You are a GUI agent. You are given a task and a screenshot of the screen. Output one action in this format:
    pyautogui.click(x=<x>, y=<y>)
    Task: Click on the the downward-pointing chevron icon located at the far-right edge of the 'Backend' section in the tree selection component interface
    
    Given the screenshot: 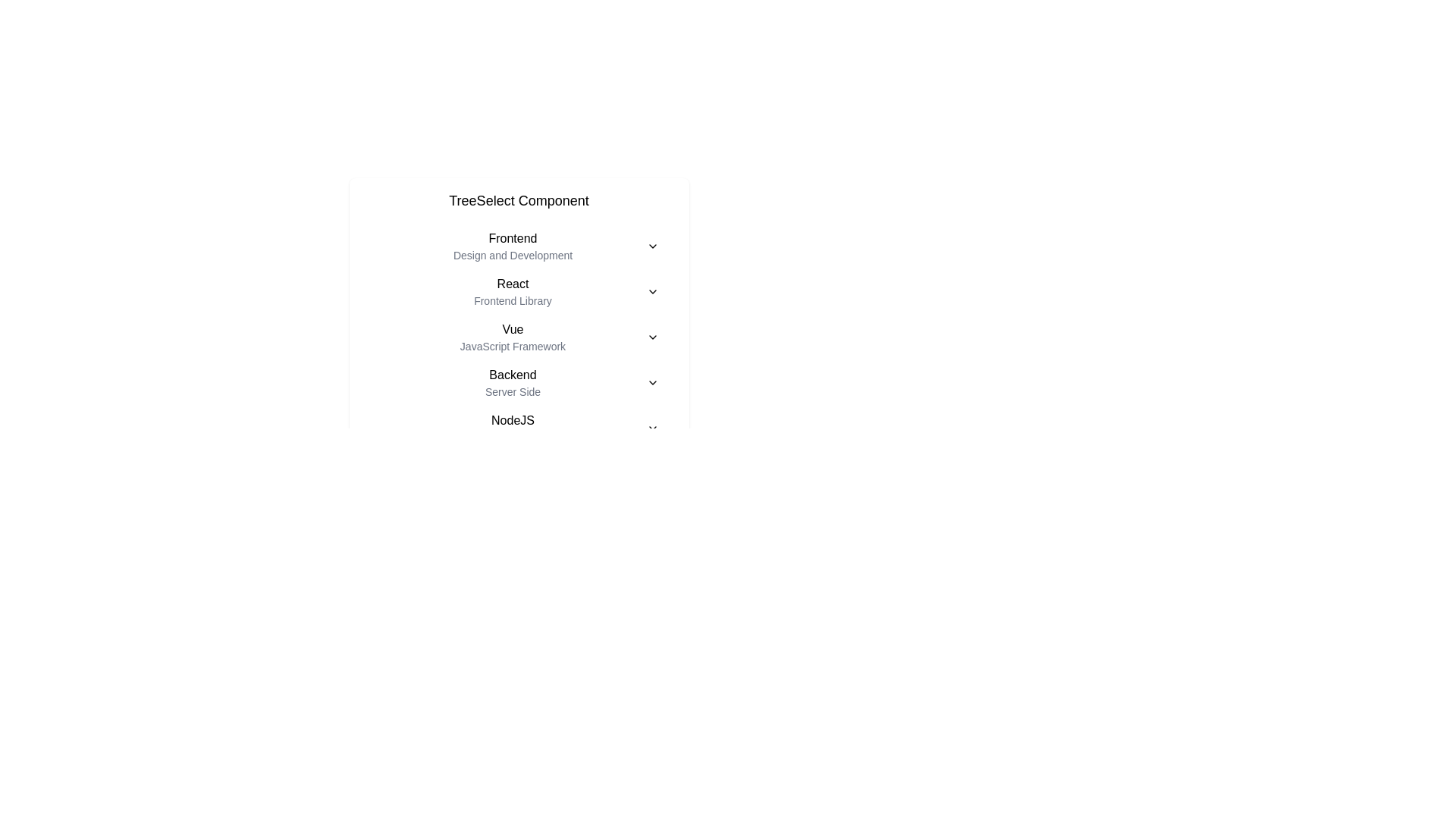 What is the action you would take?
    pyautogui.click(x=652, y=382)
    